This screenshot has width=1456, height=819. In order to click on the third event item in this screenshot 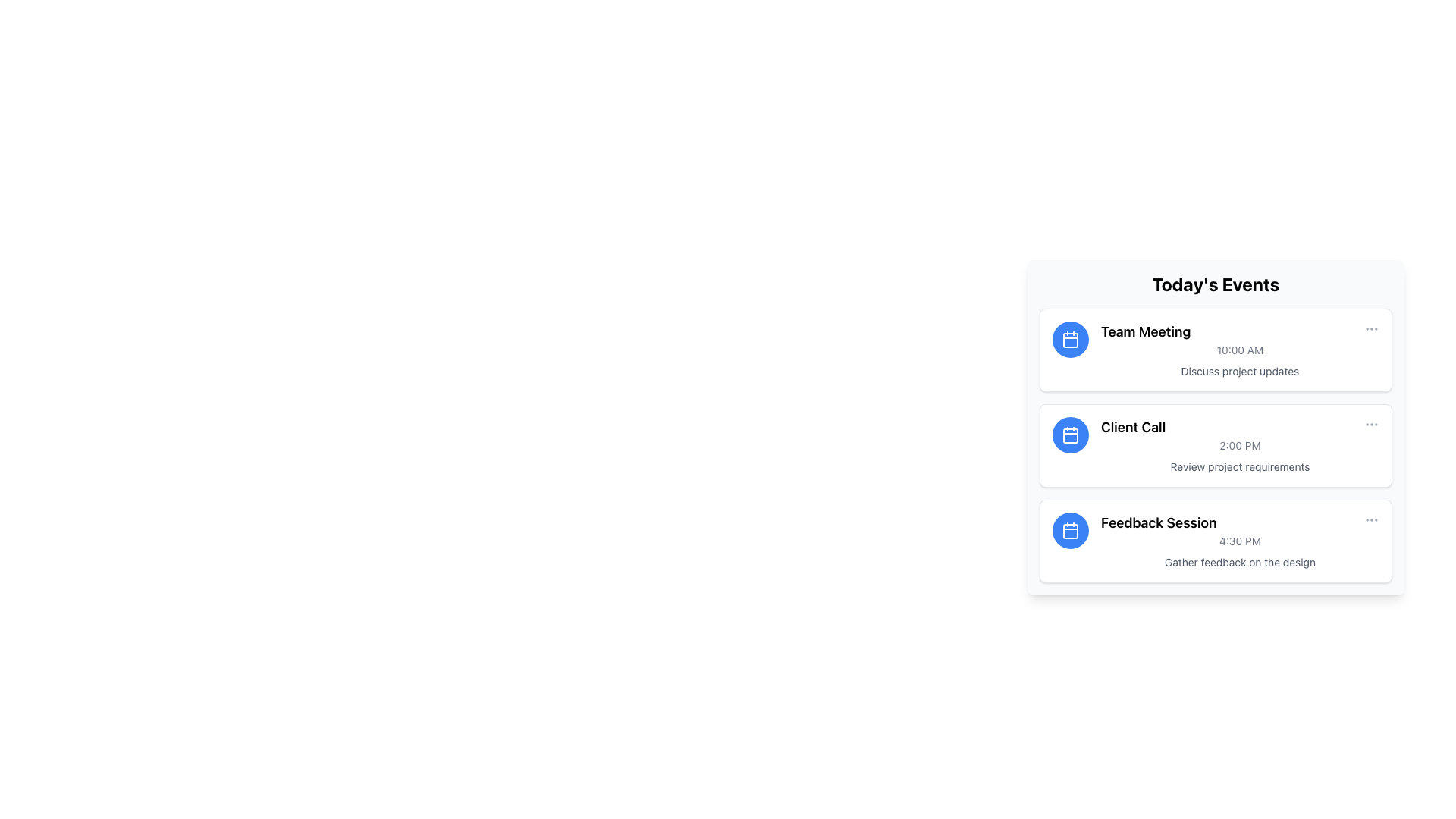, I will do `click(1240, 540)`.